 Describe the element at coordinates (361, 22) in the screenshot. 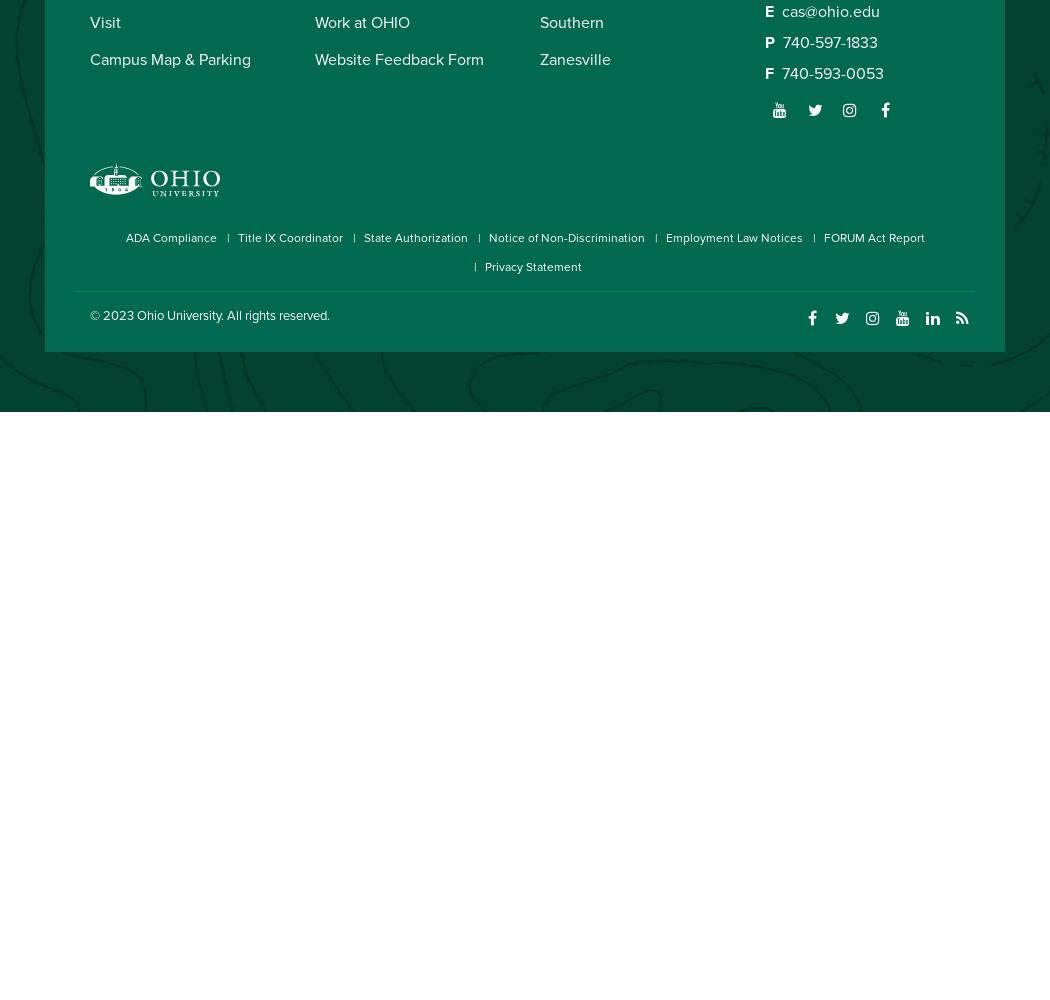

I see `'Work at OHIO'` at that location.